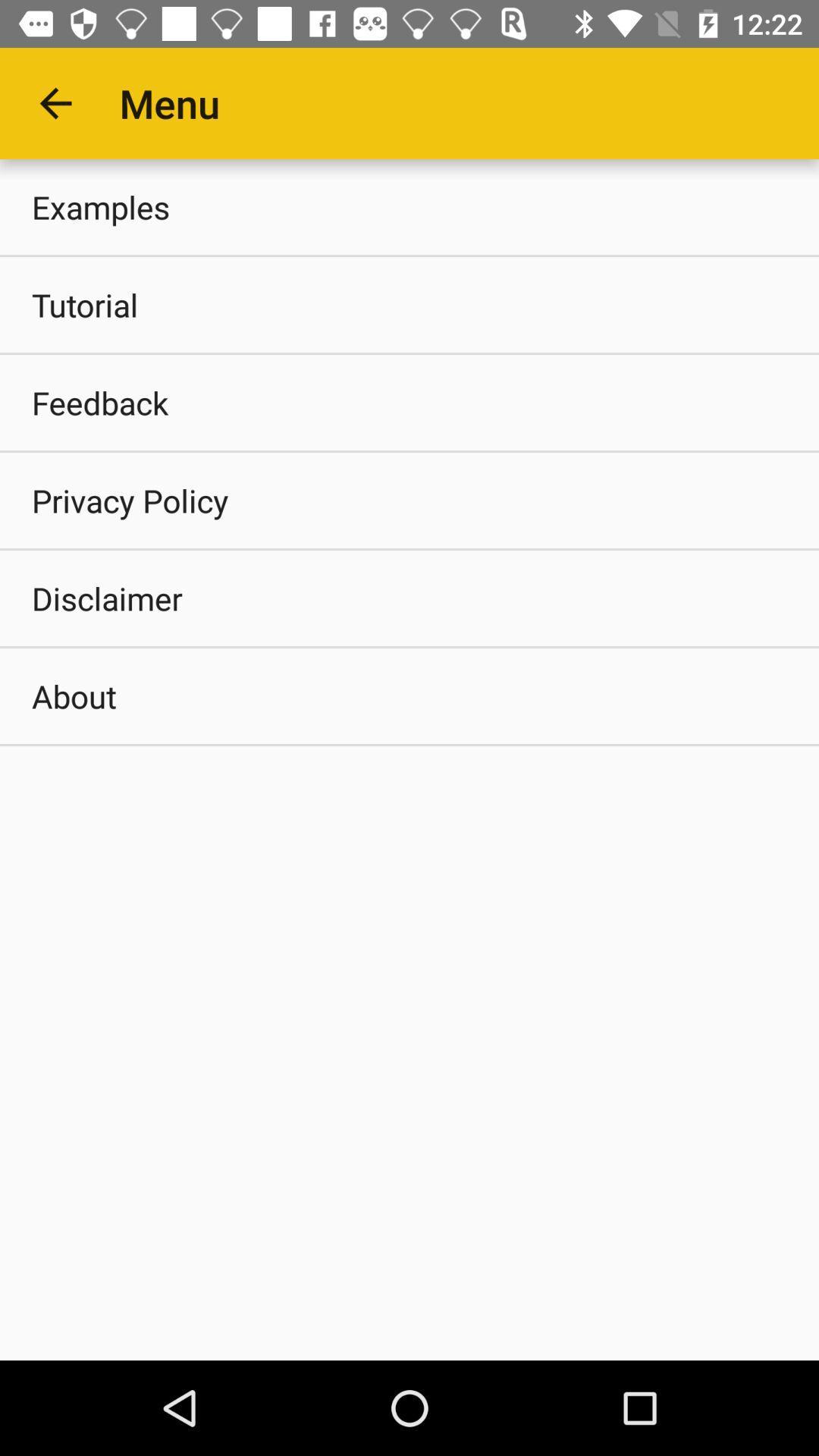  I want to click on item above the feedback, so click(409, 304).